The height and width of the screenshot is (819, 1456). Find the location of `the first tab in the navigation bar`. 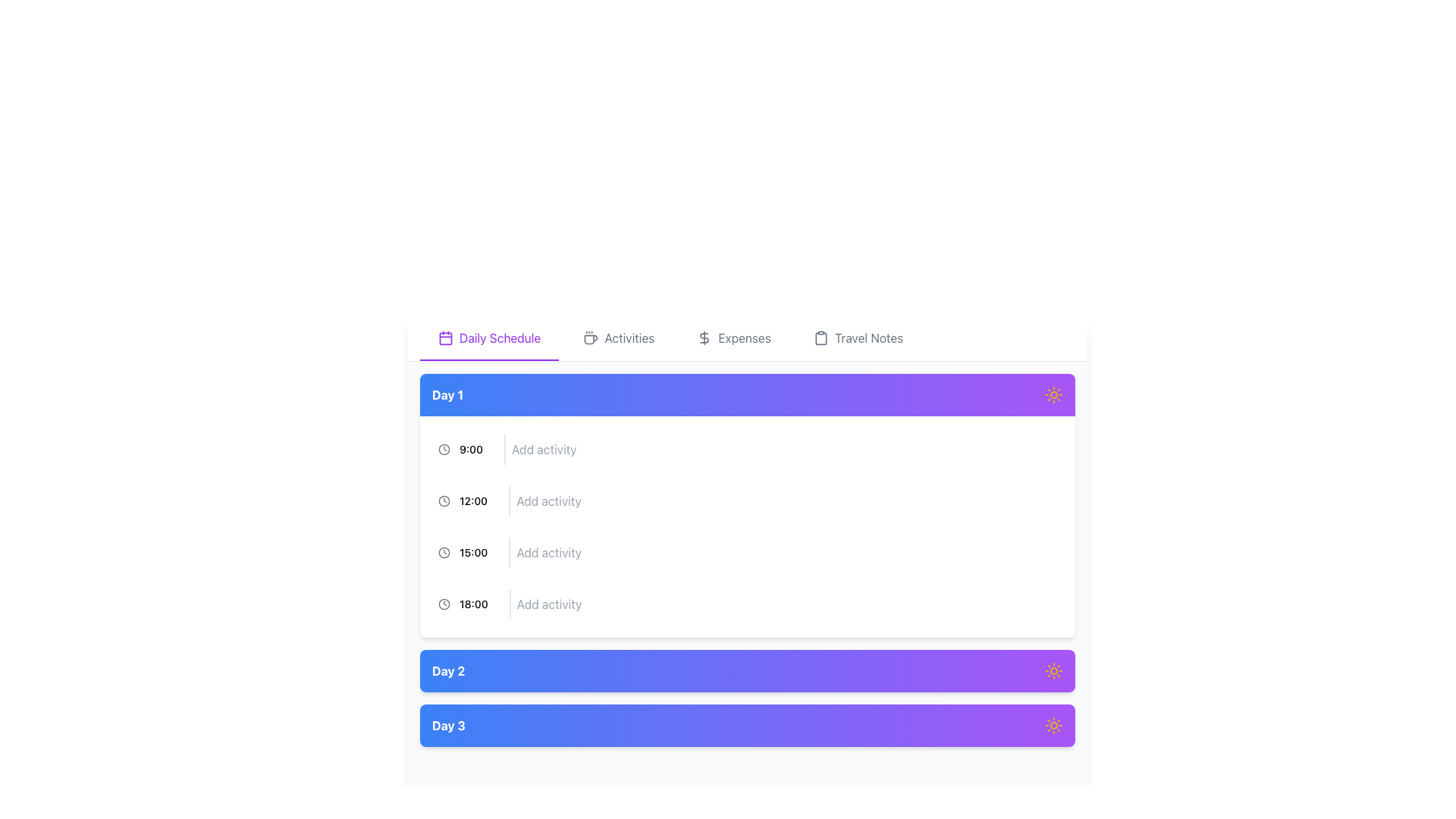

the first tab in the navigation bar is located at coordinates (747, 338).